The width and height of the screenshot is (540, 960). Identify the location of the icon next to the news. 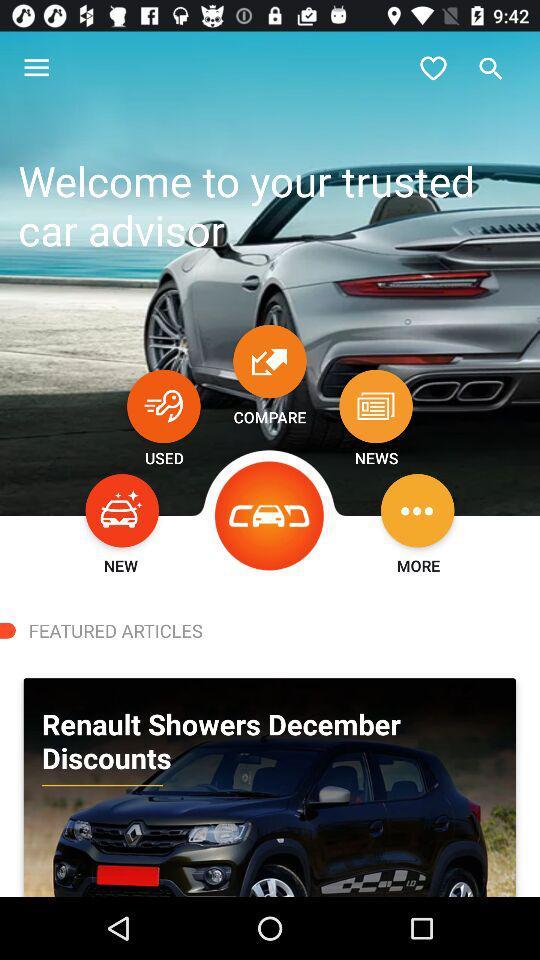
(270, 515).